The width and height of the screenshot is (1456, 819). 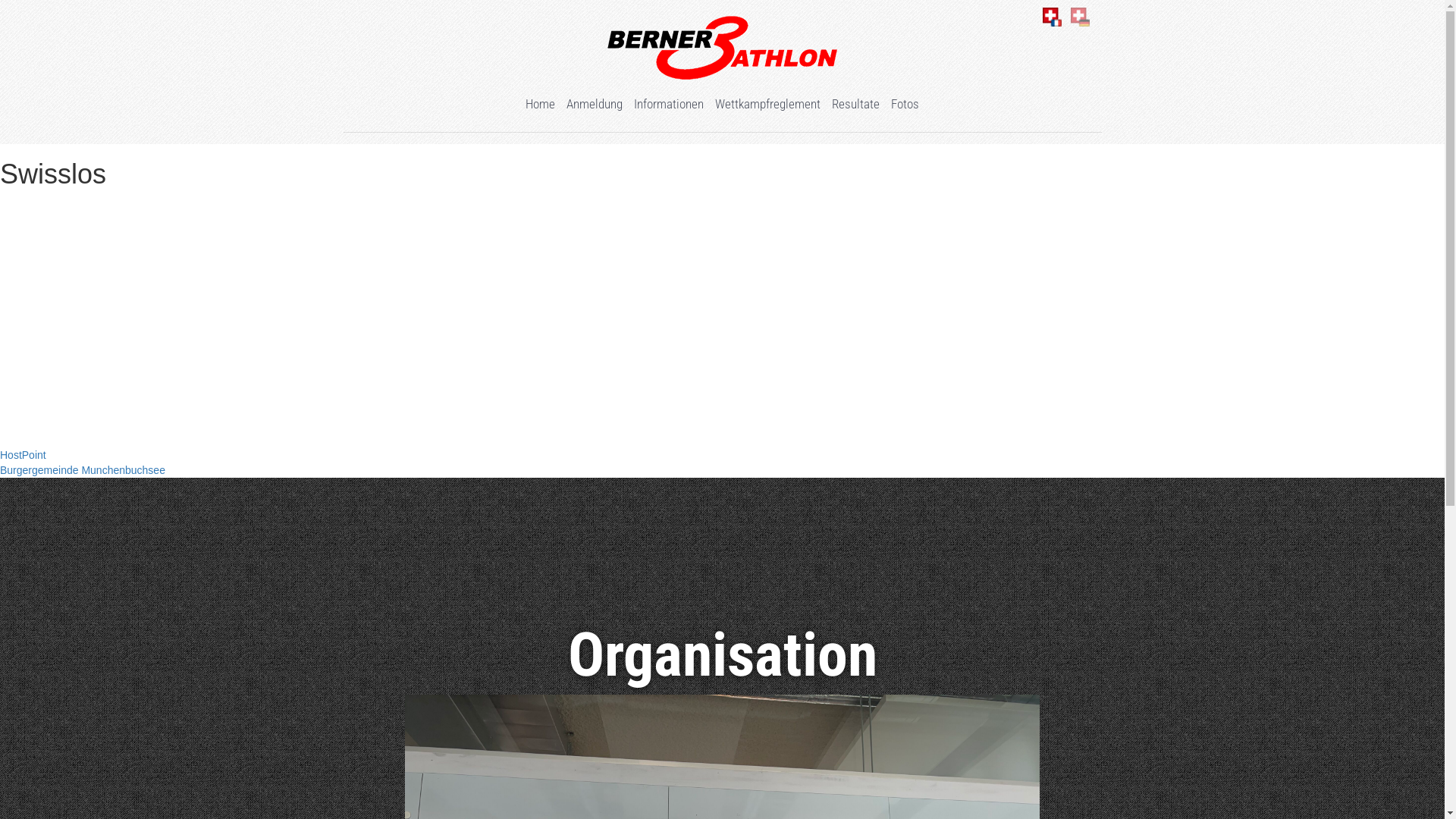 What do you see at coordinates (855, 103) in the screenshot?
I see `'Resultate'` at bounding box center [855, 103].